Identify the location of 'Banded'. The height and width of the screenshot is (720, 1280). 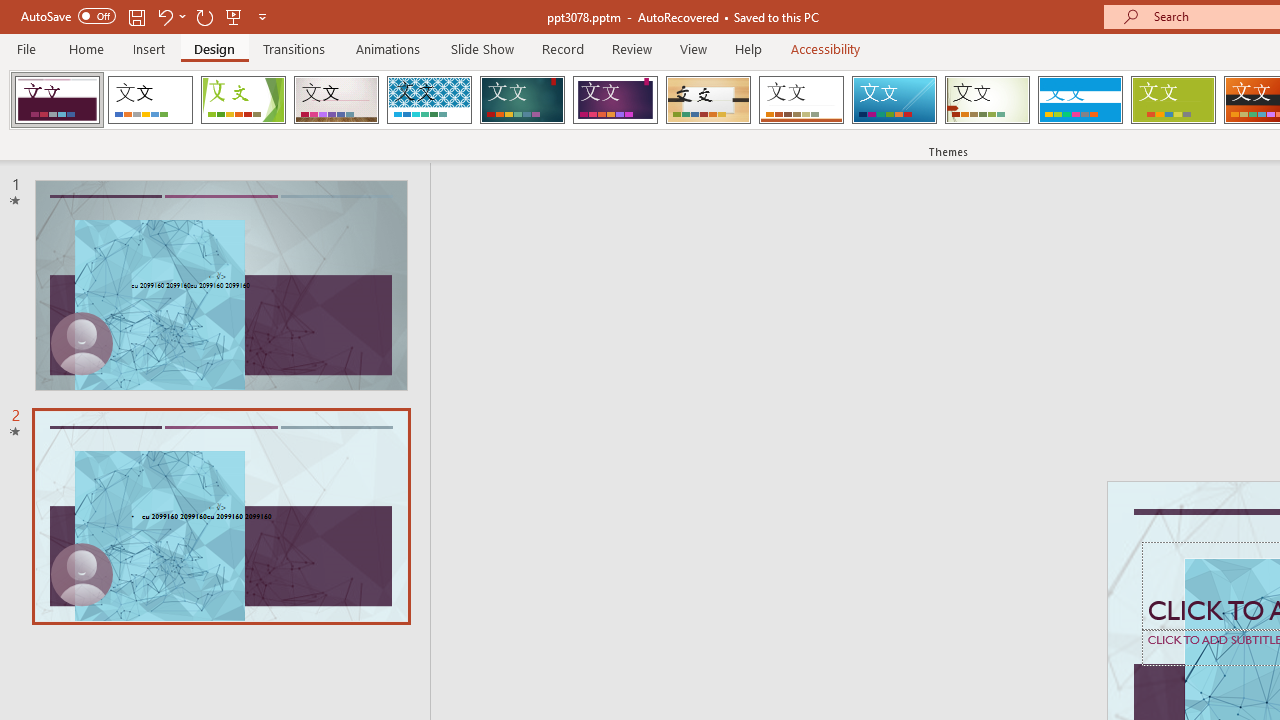
(1079, 100).